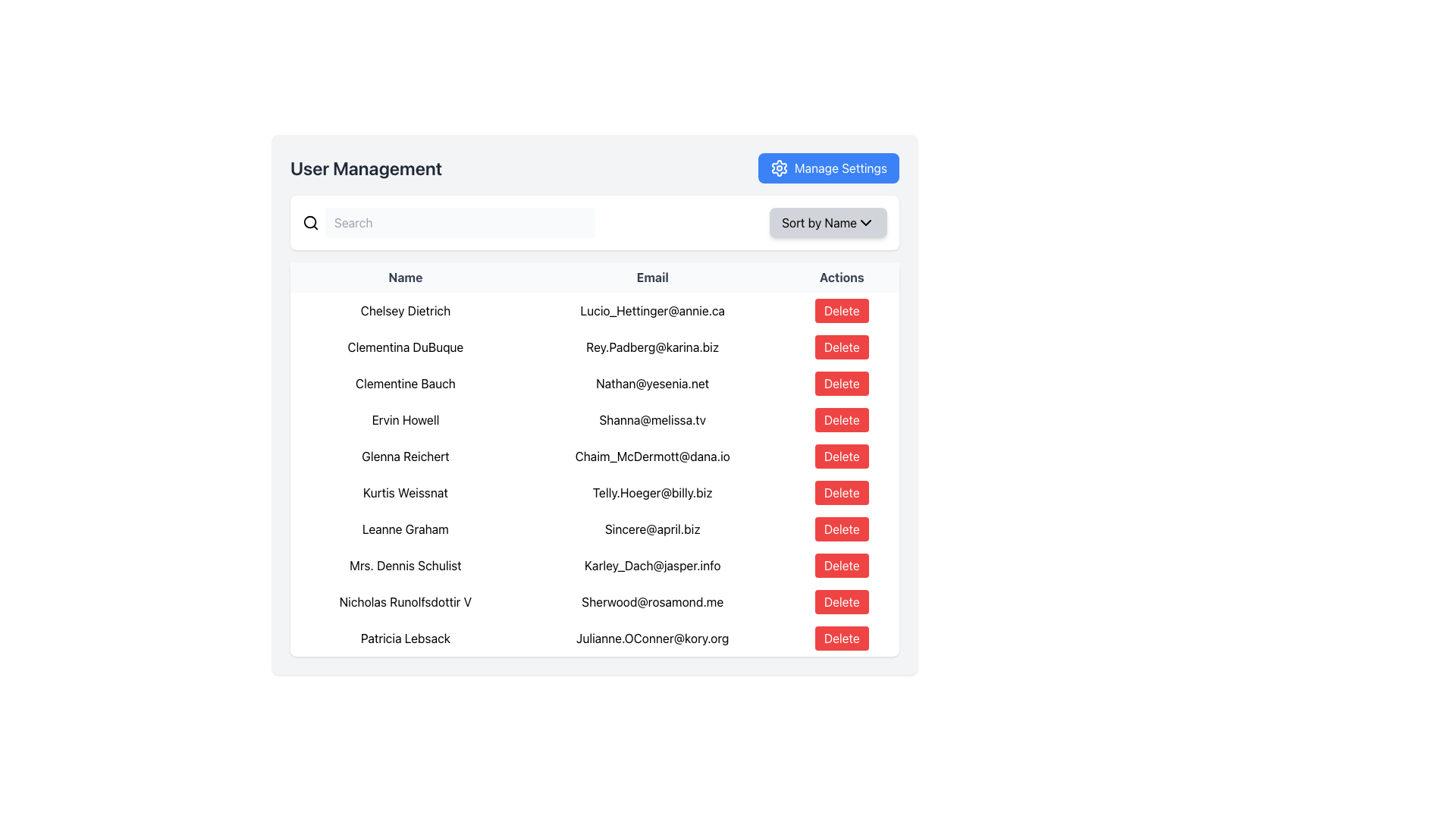 Image resolution: width=1456 pixels, height=819 pixels. What do you see at coordinates (405, 601) in the screenshot?
I see `the Static Text element displaying the user's name, located in the 'Name' column of a table, situated between 'Mrs. Dennis Schulist' and 'Patricia Lebsack', left of the email address 'Sherwood@rosamond.me'` at bounding box center [405, 601].